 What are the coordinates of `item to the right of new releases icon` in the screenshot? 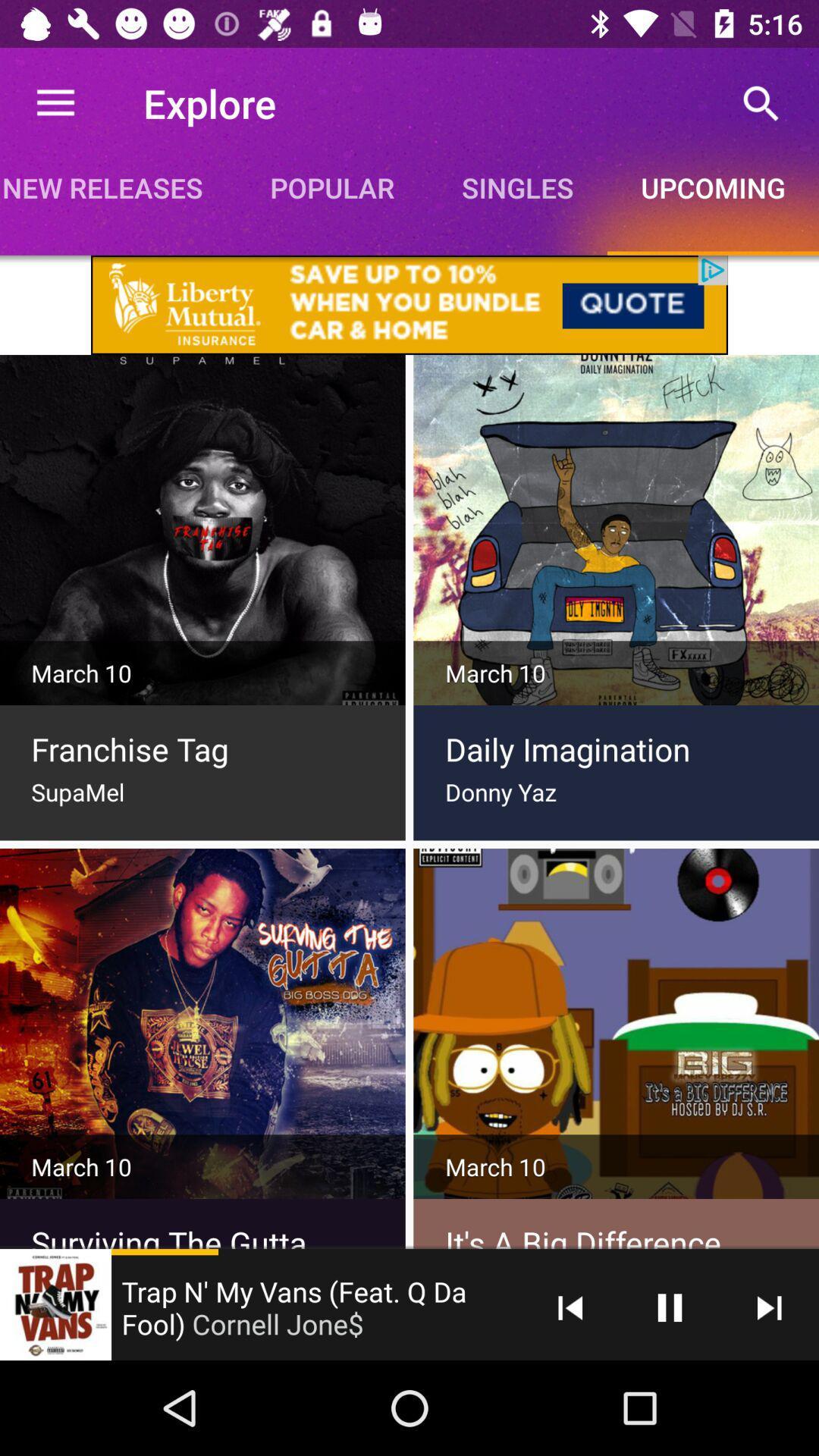 It's located at (331, 187).